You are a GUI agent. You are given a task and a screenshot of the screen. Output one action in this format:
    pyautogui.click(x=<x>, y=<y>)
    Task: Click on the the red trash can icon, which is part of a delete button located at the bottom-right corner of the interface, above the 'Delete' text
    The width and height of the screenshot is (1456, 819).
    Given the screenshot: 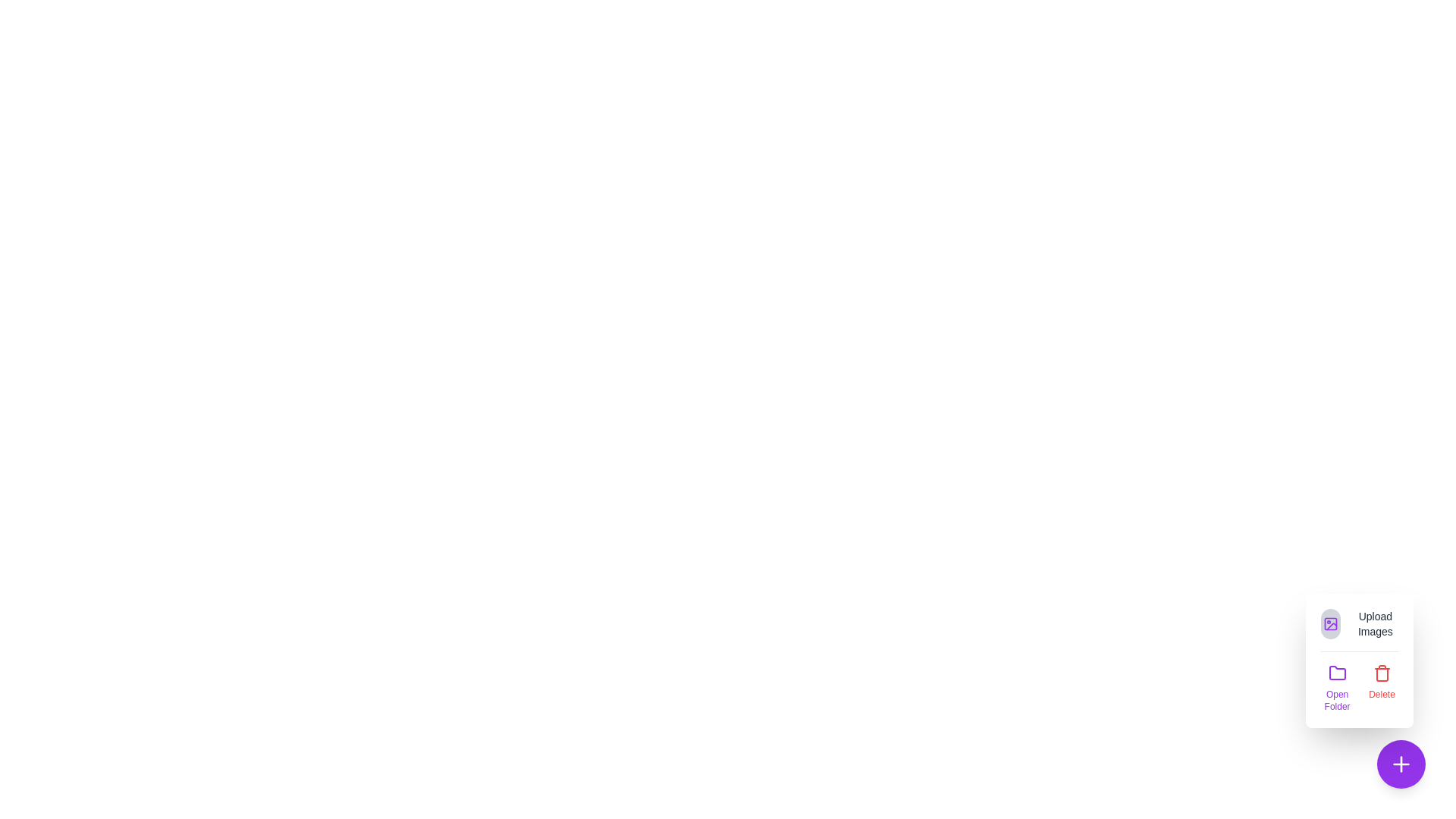 What is the action you would take?
    pyautogui.click(x=1382, y=672)
    